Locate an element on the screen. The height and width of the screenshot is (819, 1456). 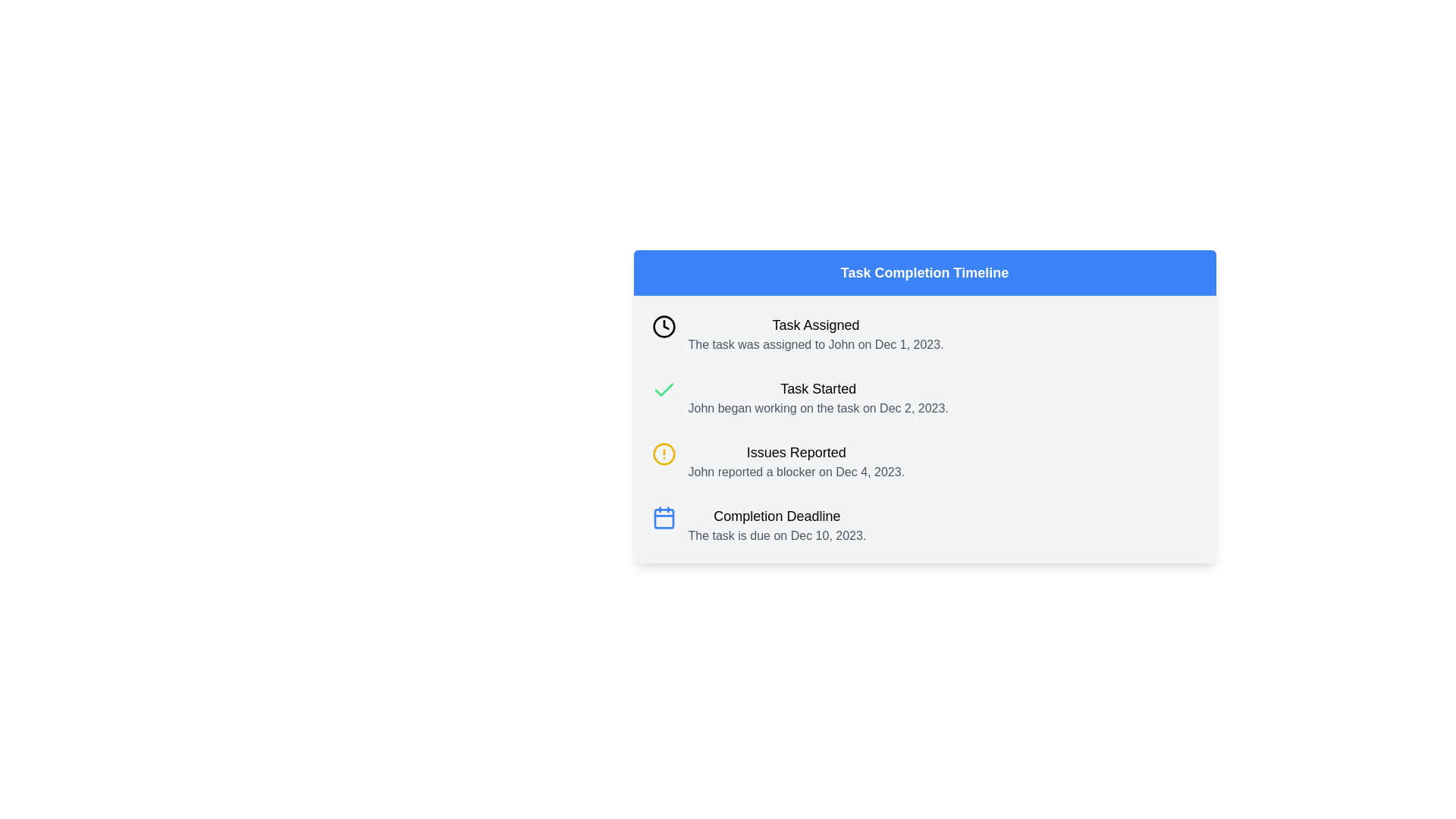
the two-line text block labeled 'Completion Deadline' that displays the due date 'The task is due on Dec 10, 2023' within the 'Task Completion Timeline' section is located at coordinates (777, 525).